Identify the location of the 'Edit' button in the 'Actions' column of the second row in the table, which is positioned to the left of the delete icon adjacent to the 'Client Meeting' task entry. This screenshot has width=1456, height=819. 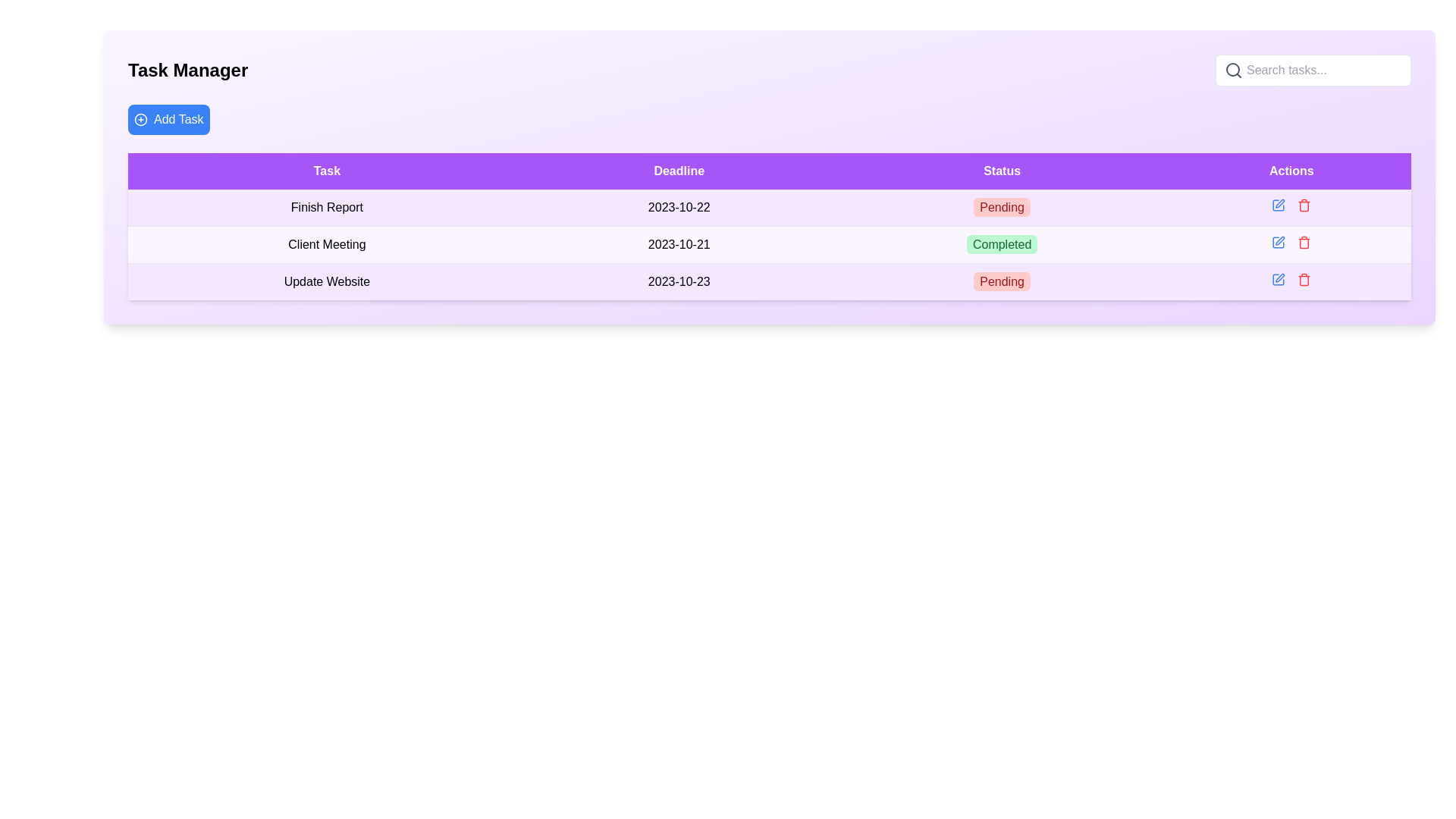
(1278, 205).